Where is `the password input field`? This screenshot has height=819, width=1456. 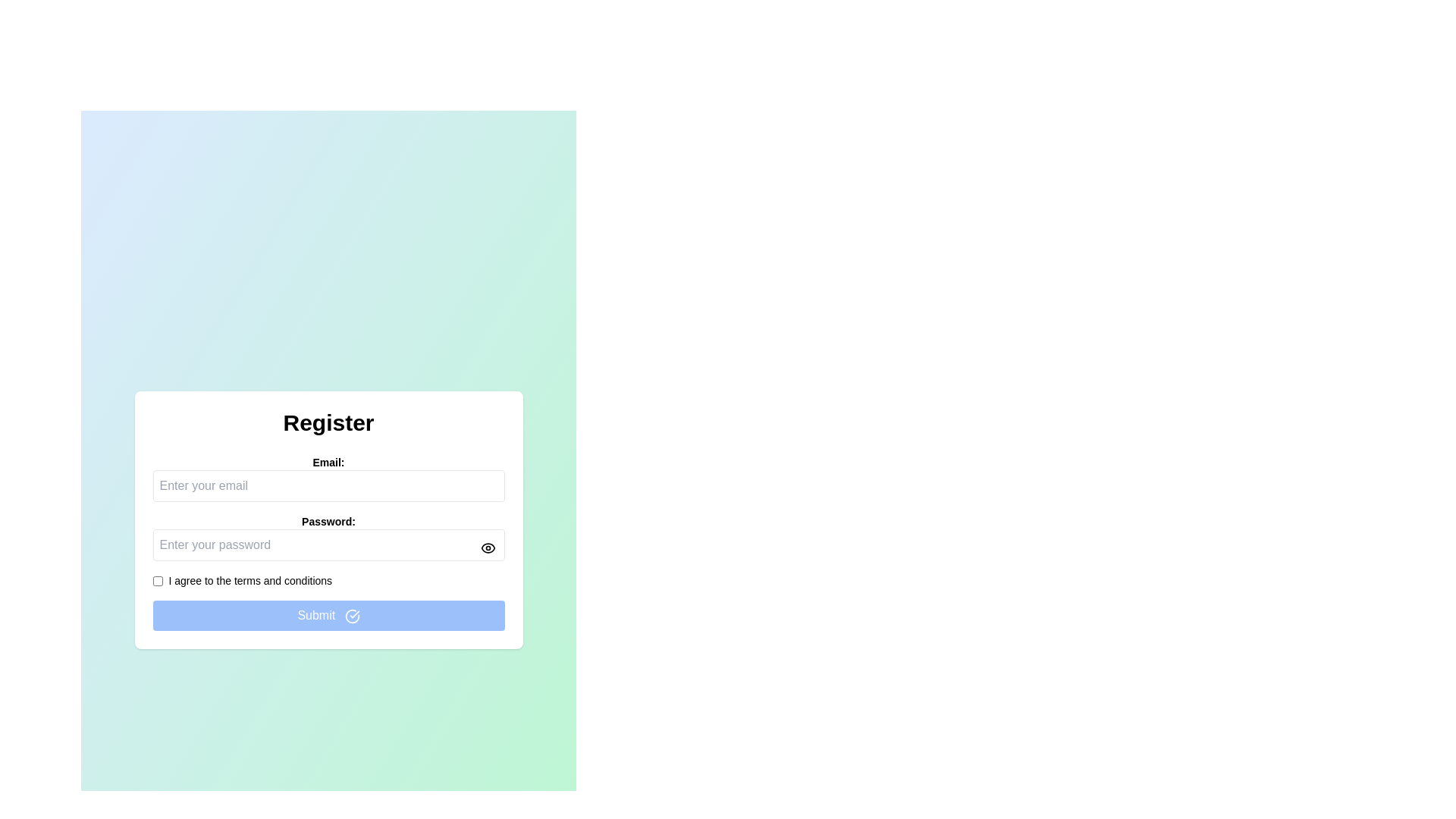
the password input field is located at coordinates (328, 537).